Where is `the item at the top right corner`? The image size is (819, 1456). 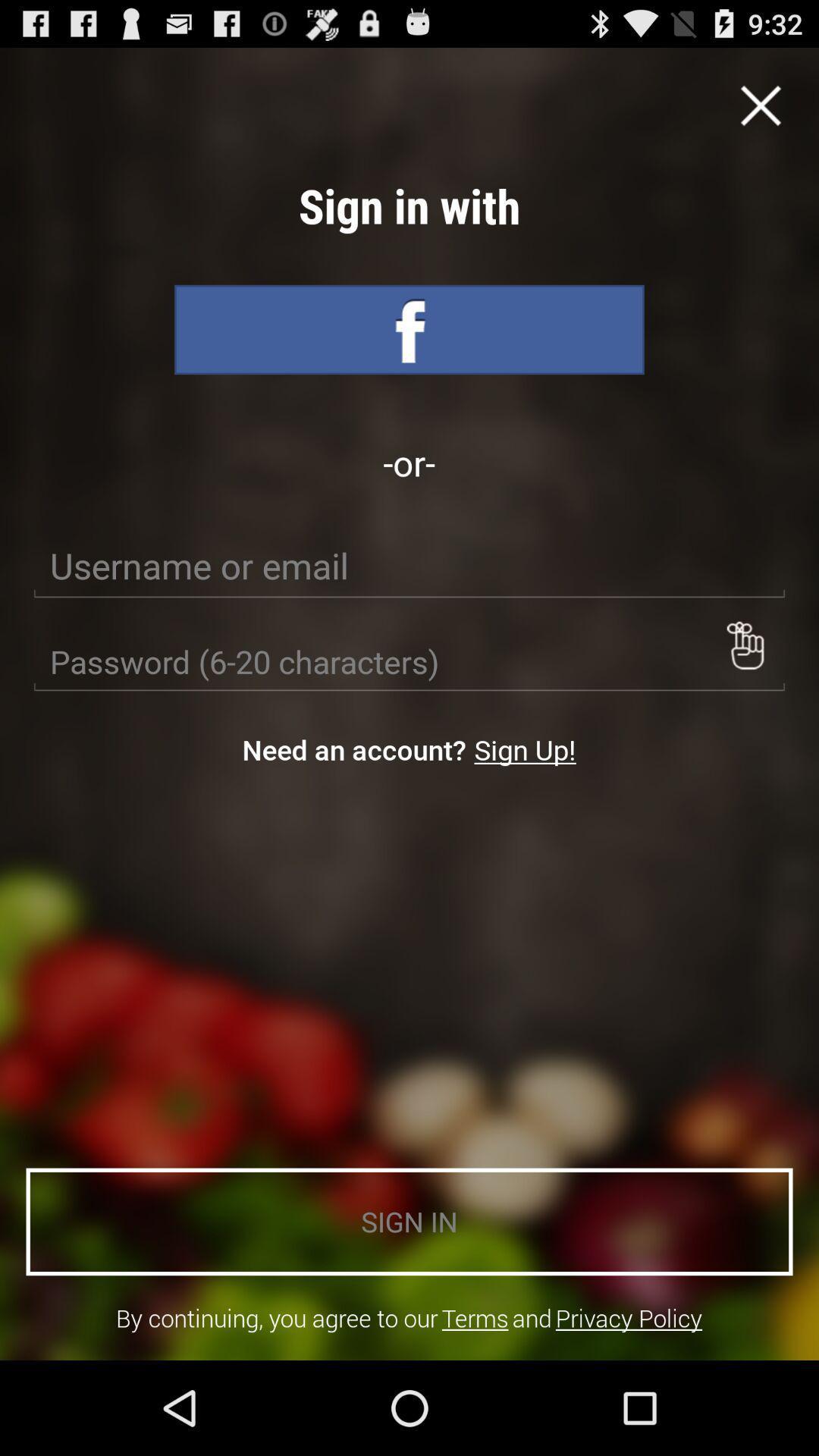
the item at the top right corner is located at coordinates (761, 105).